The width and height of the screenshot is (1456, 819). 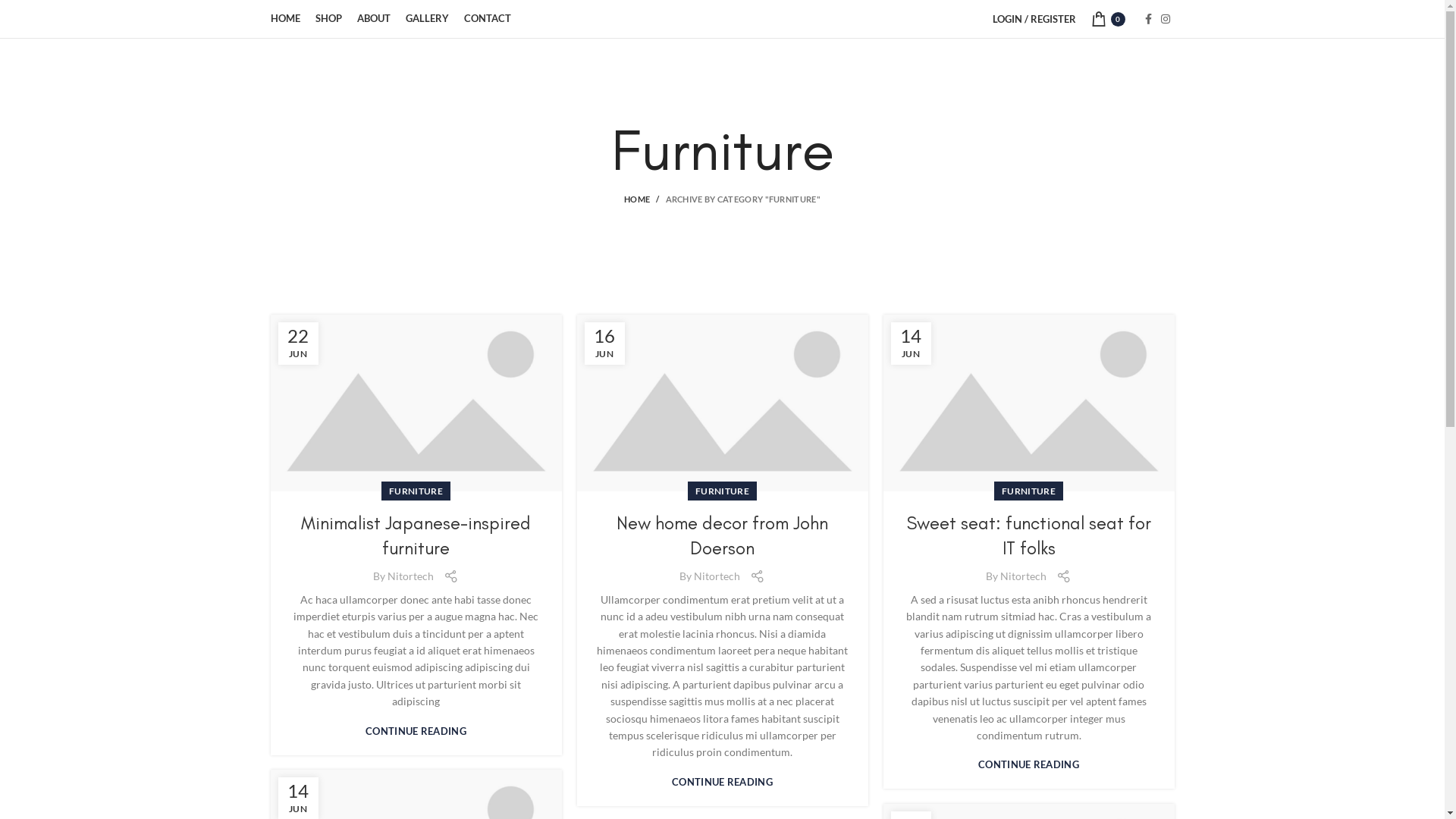 What do you see at coordinates (488, 18) in the screenshot?
I see `'CONTACT'` at bounding box center [488, 18].